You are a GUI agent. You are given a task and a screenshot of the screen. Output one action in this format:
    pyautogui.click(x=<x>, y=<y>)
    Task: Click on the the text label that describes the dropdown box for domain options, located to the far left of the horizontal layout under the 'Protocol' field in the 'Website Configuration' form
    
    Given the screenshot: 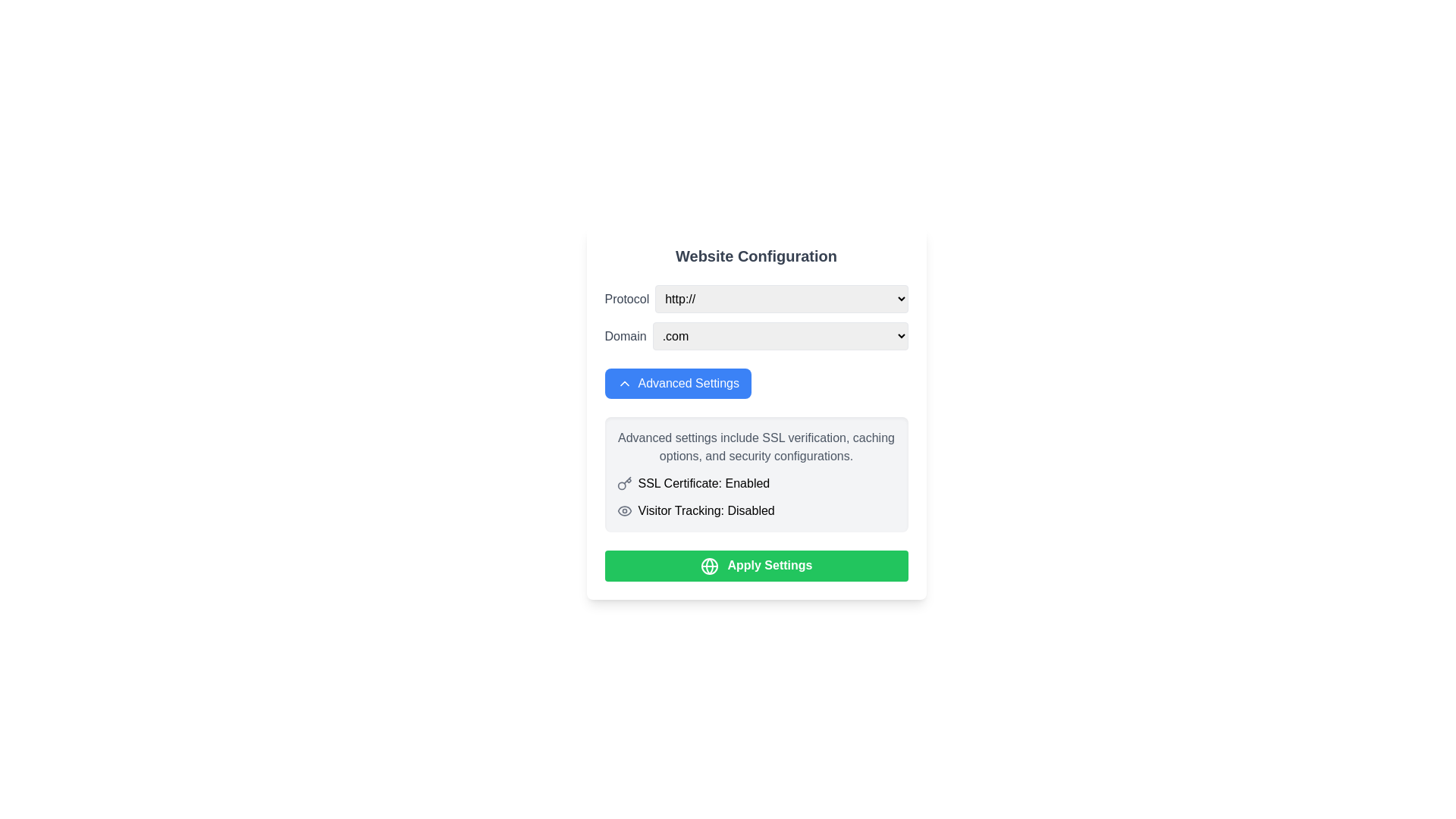 What is the action you would take?
    pyautogui.click(x=626, y=335)
    